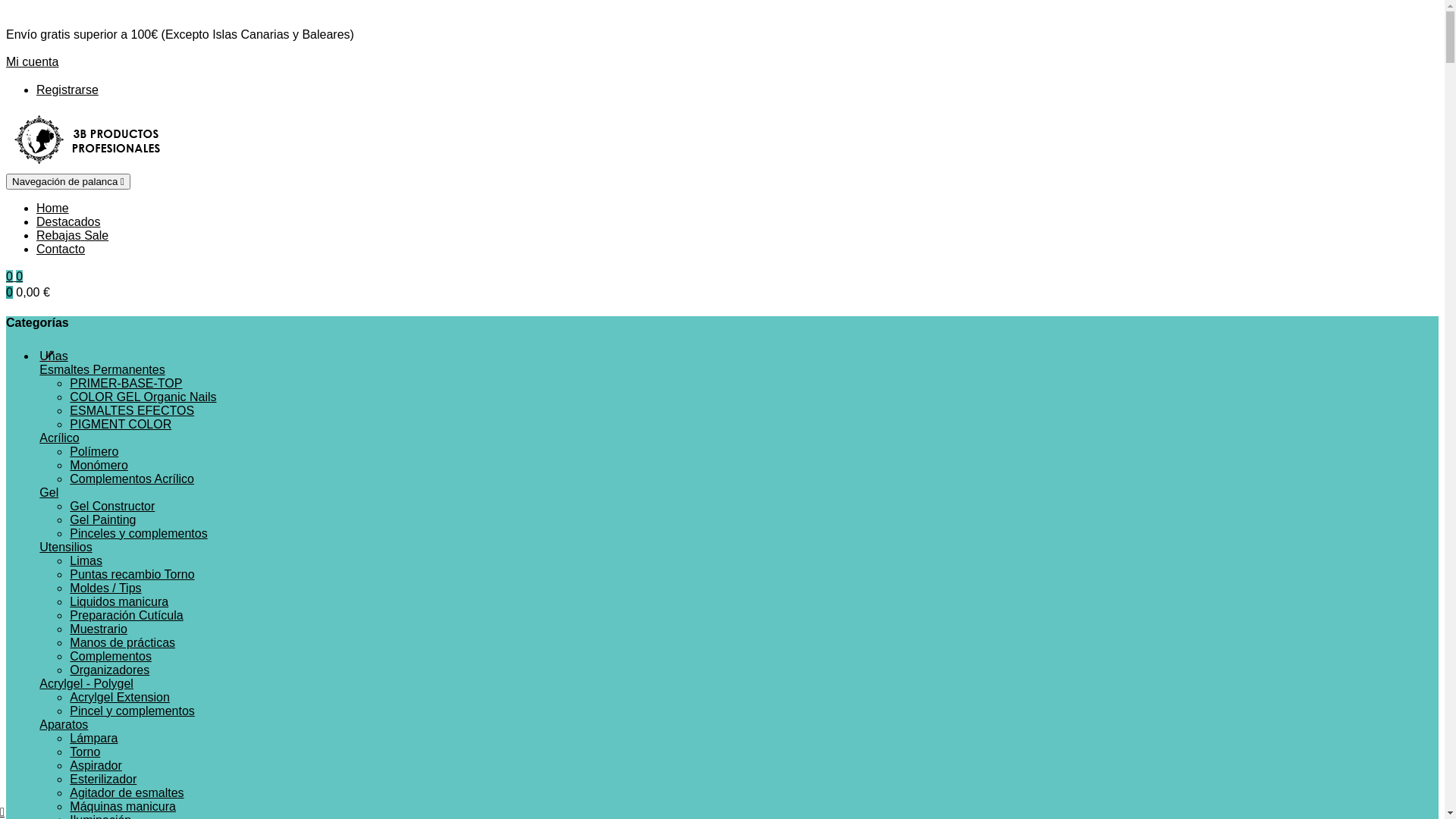  Describe the element at coordinates (36, 89) in the screenshot. I see `'Registrarse'` at that location.